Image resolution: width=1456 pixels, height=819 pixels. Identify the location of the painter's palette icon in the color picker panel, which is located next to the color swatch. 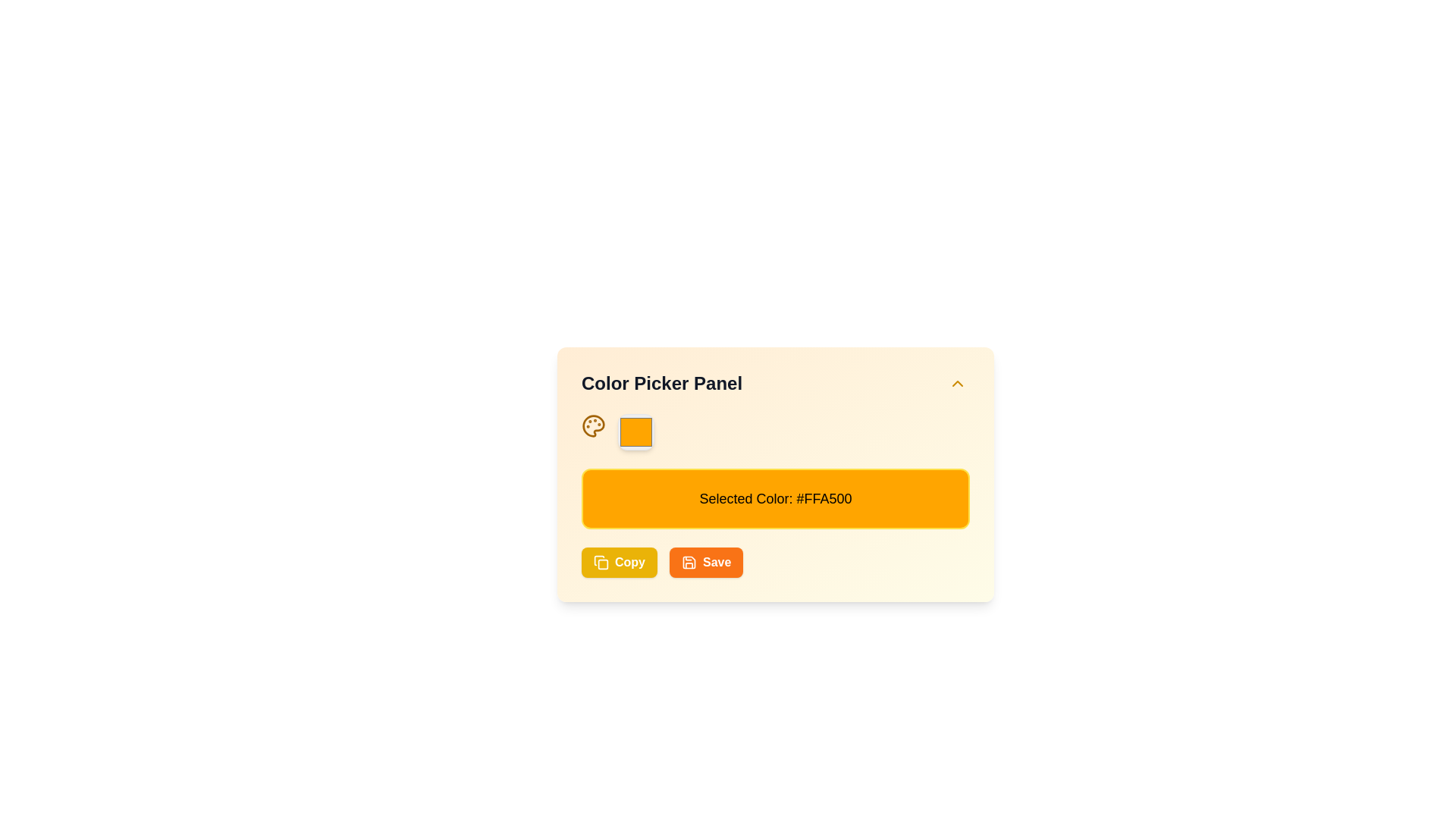
(592, 426).